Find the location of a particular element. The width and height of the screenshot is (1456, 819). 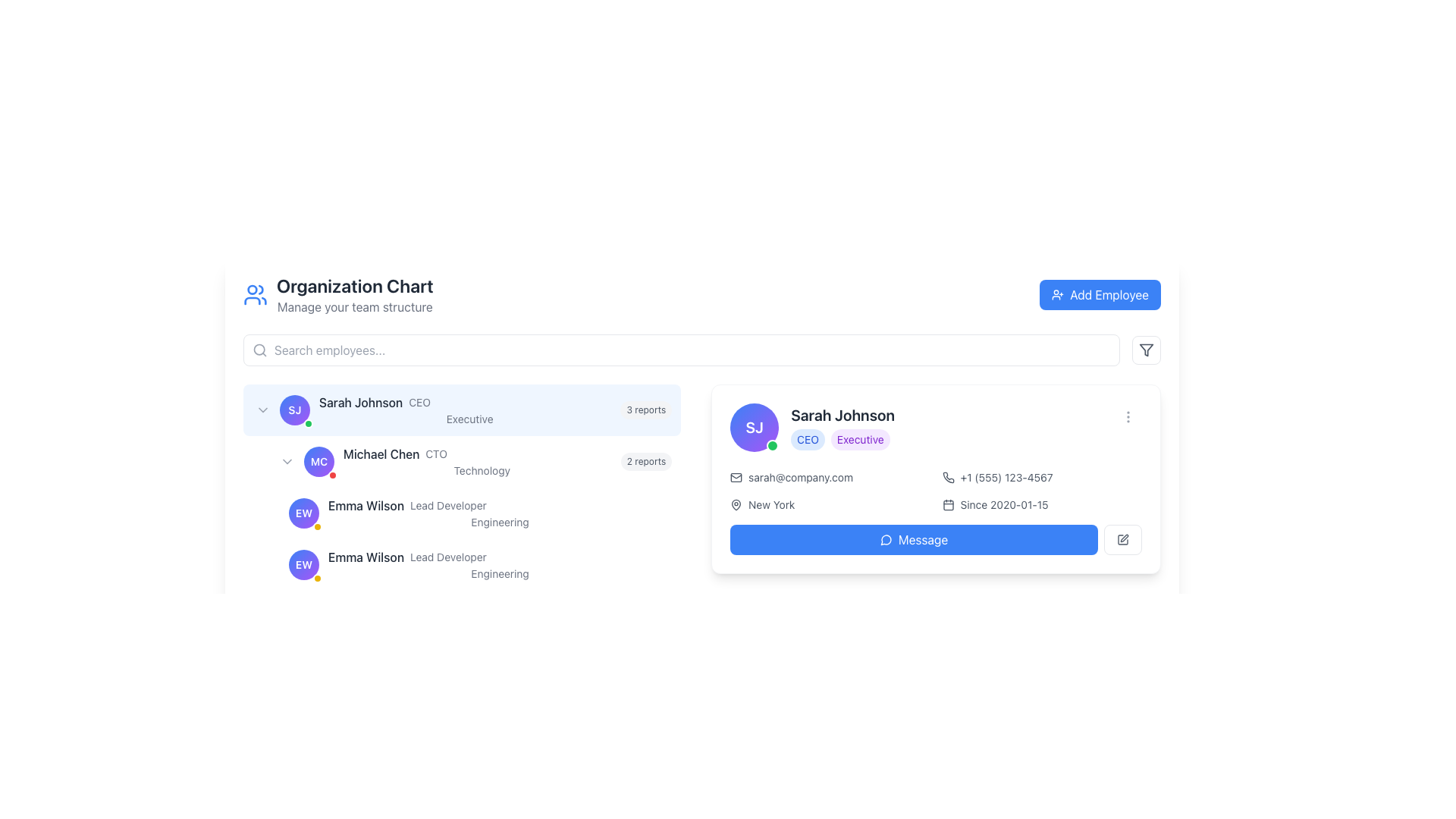

the organizational node displaying Michael Chen's details, including his role as CTO and department Technology is located at coordinates (461, 488).